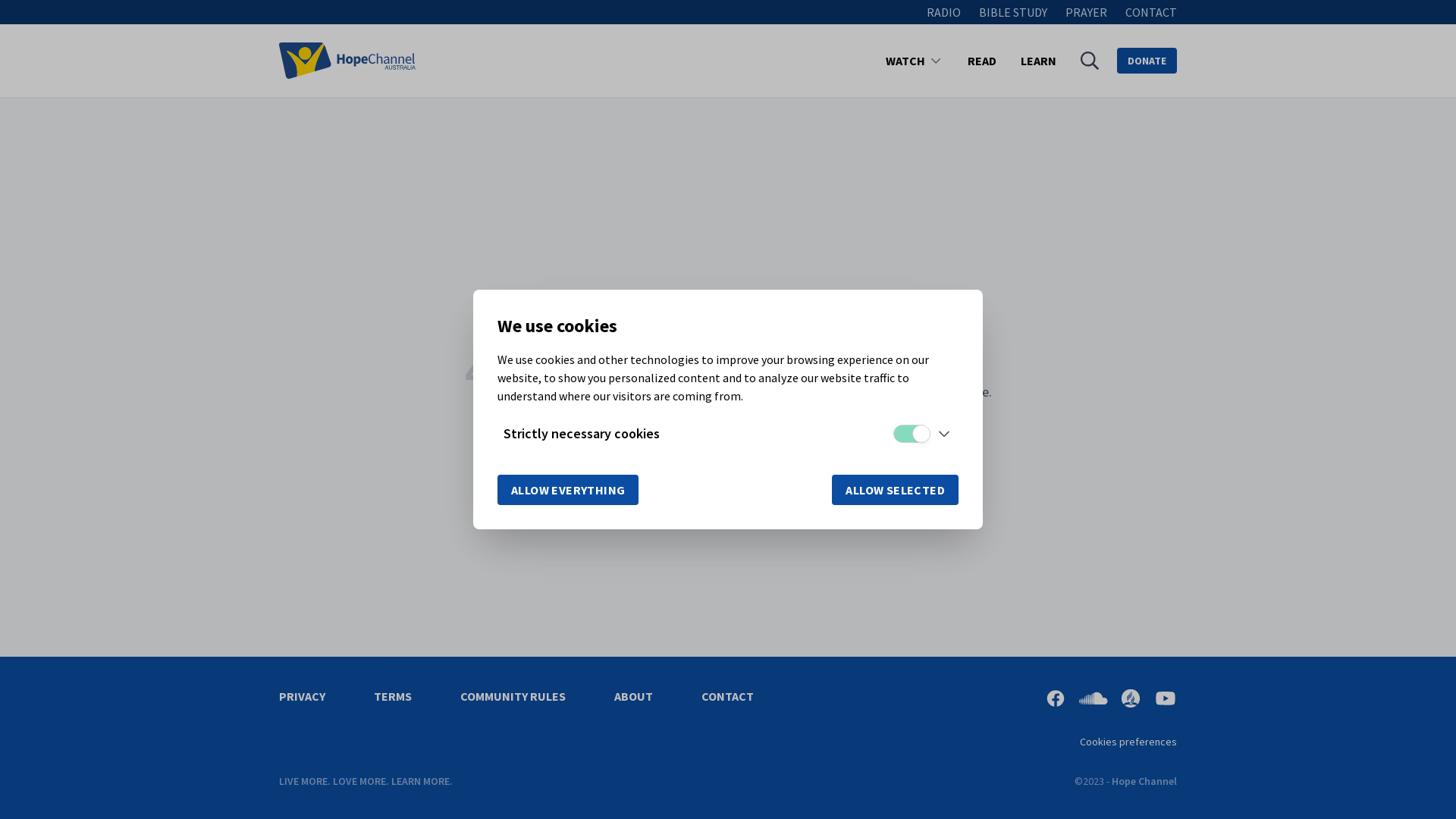 The image size is (1456, 819). What do you see at coordinates (566, 489) in the screenshot?
I see `'ALLOW EVERYTHING'` at bounding box center [566, 489].